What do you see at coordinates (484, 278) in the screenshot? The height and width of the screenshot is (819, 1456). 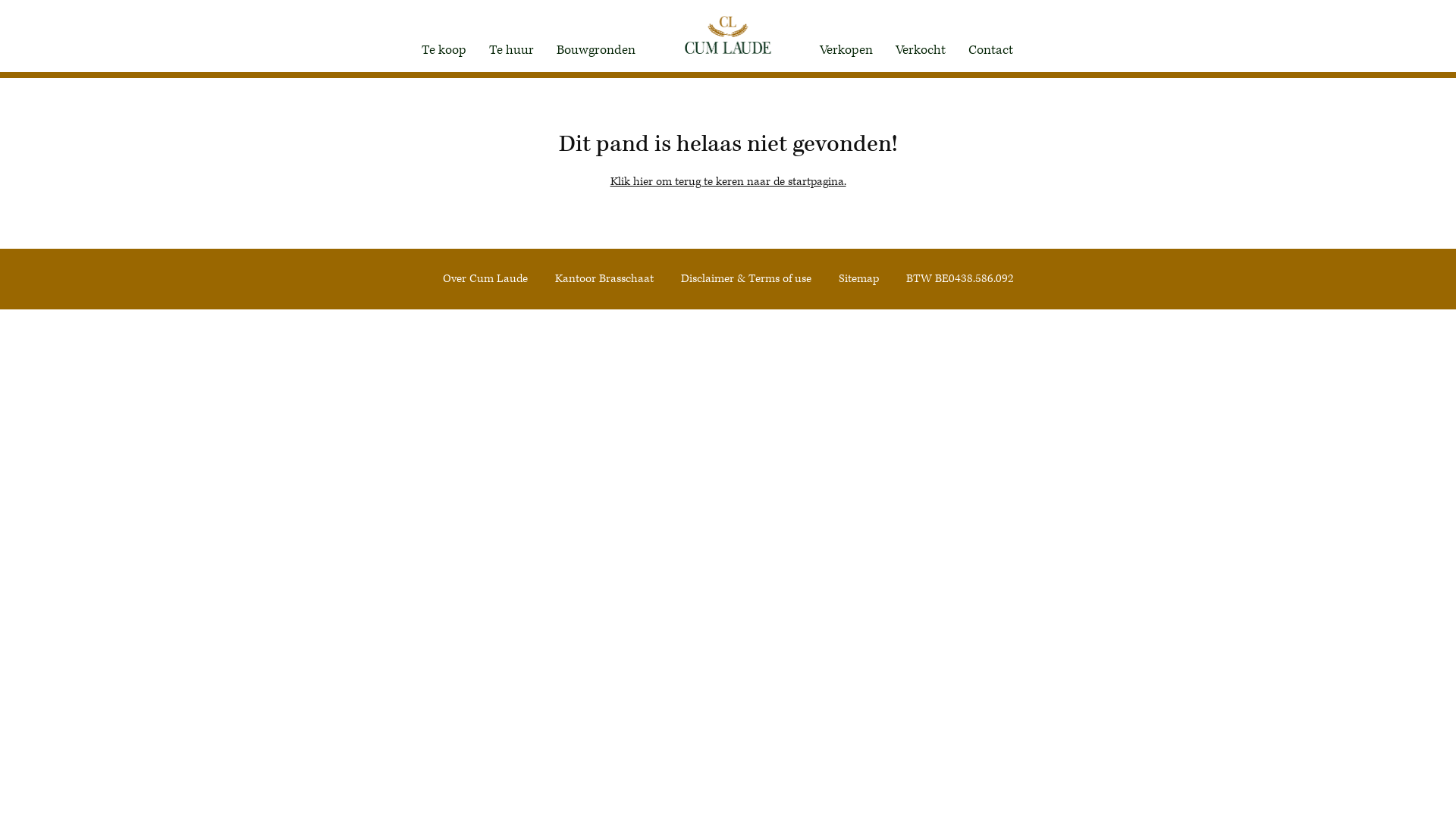 I see `'Over Cum Laude'` at bounding box center [484, 278].